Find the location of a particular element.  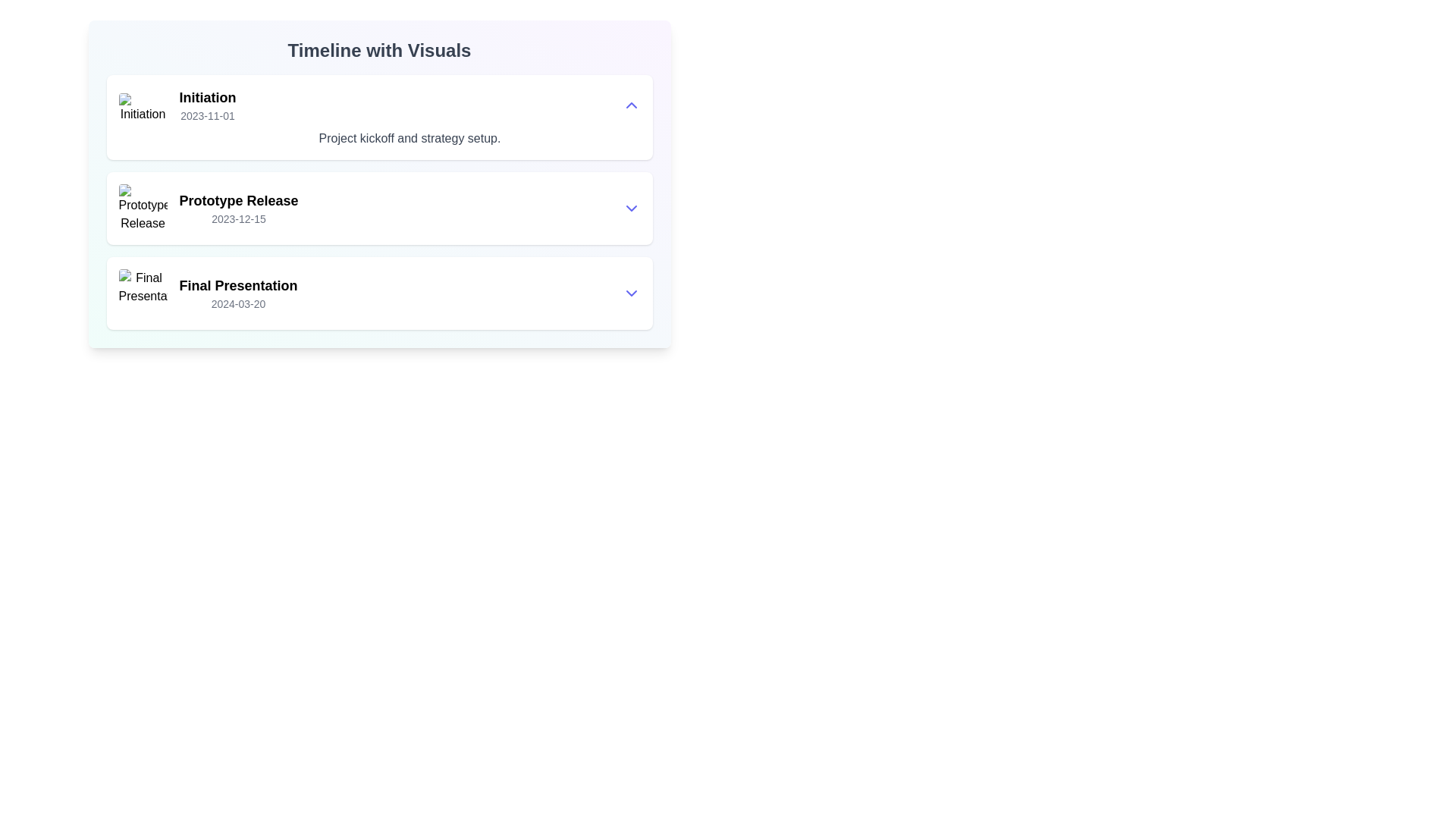

the static text label displaying '2024-03-20', which is located beneath the title 'Final Presentation' in the timeline display is located at coordinates (237, 304).